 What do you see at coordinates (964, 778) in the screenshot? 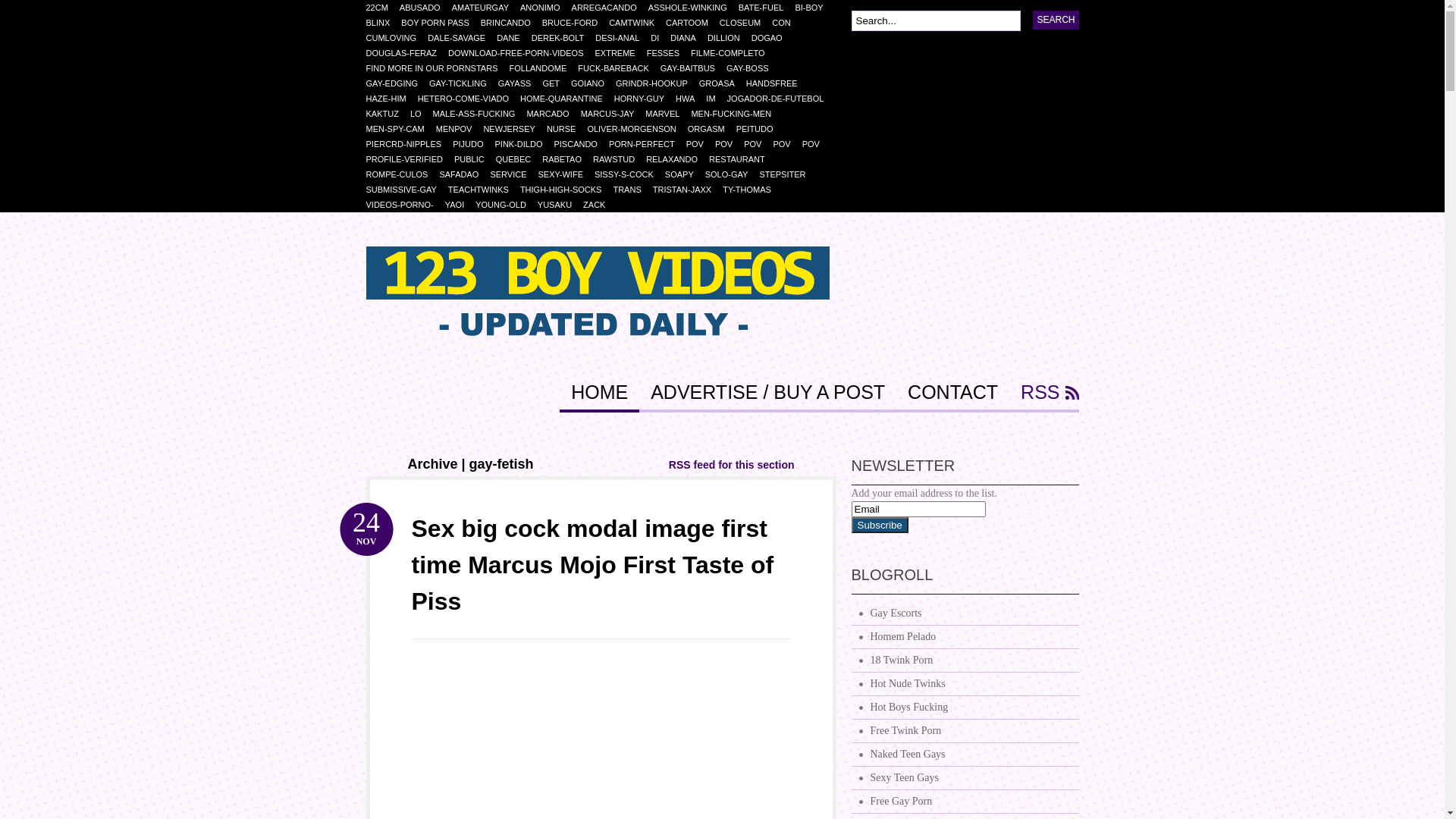
I see `'Sexy Teen Gays'` at bounding box center [964, 778].